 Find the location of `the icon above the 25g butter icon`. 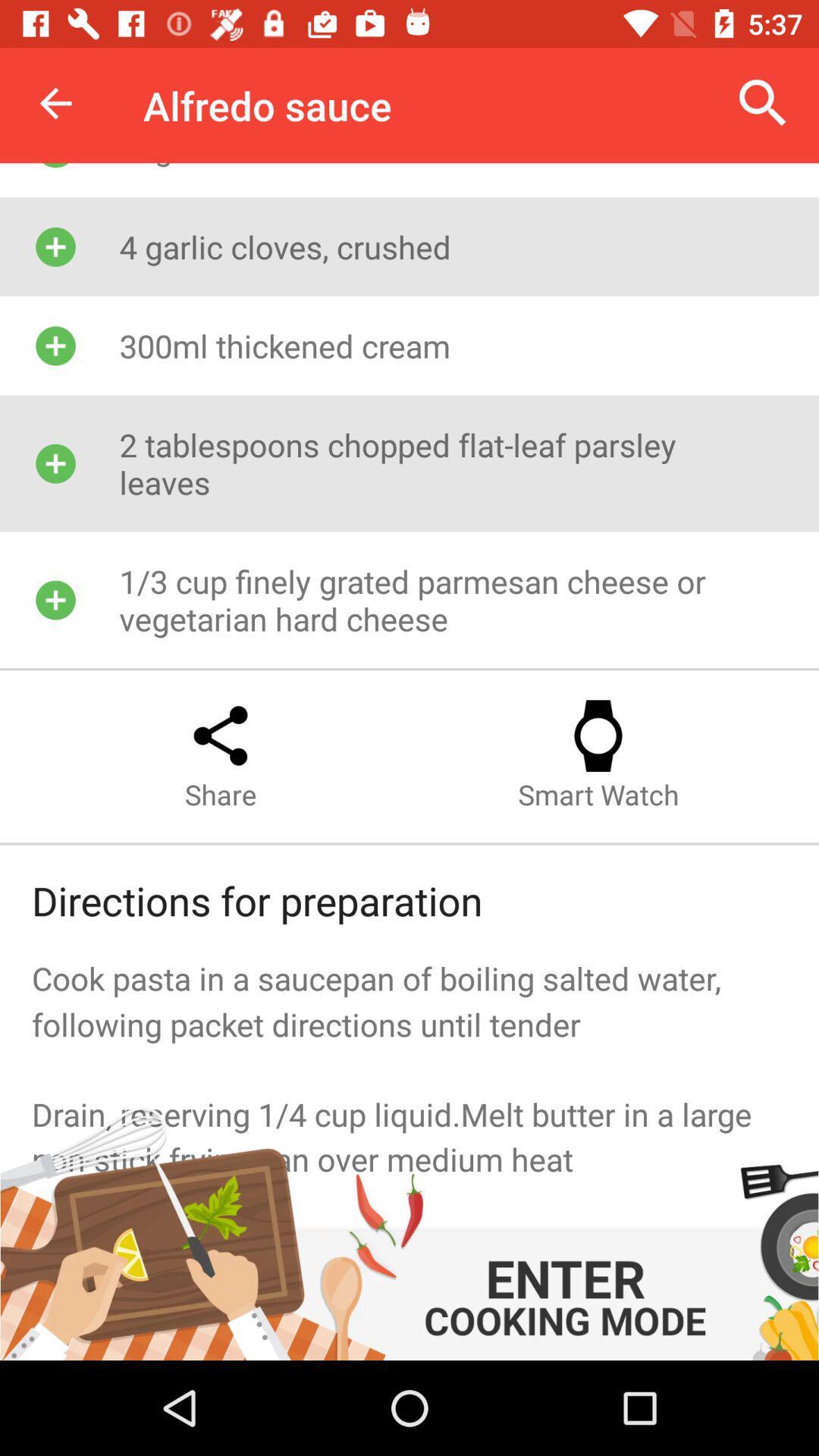

the icon above the 25g butter icon is located at coordinates (763, 102).